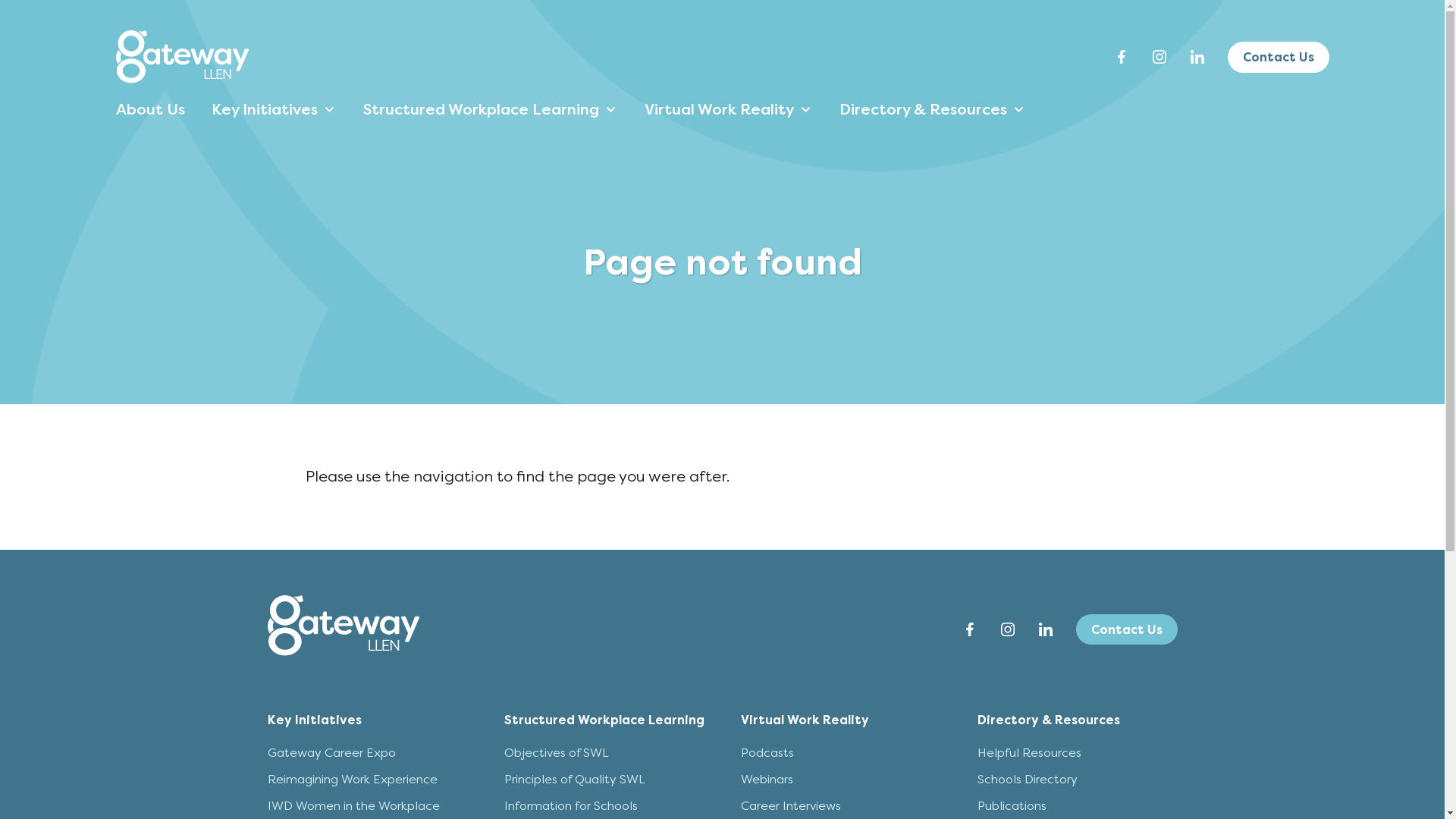 This screenshot has height=819, width=1456. I want to click on 'IWD Women in the Workplace', so click(352, 805).